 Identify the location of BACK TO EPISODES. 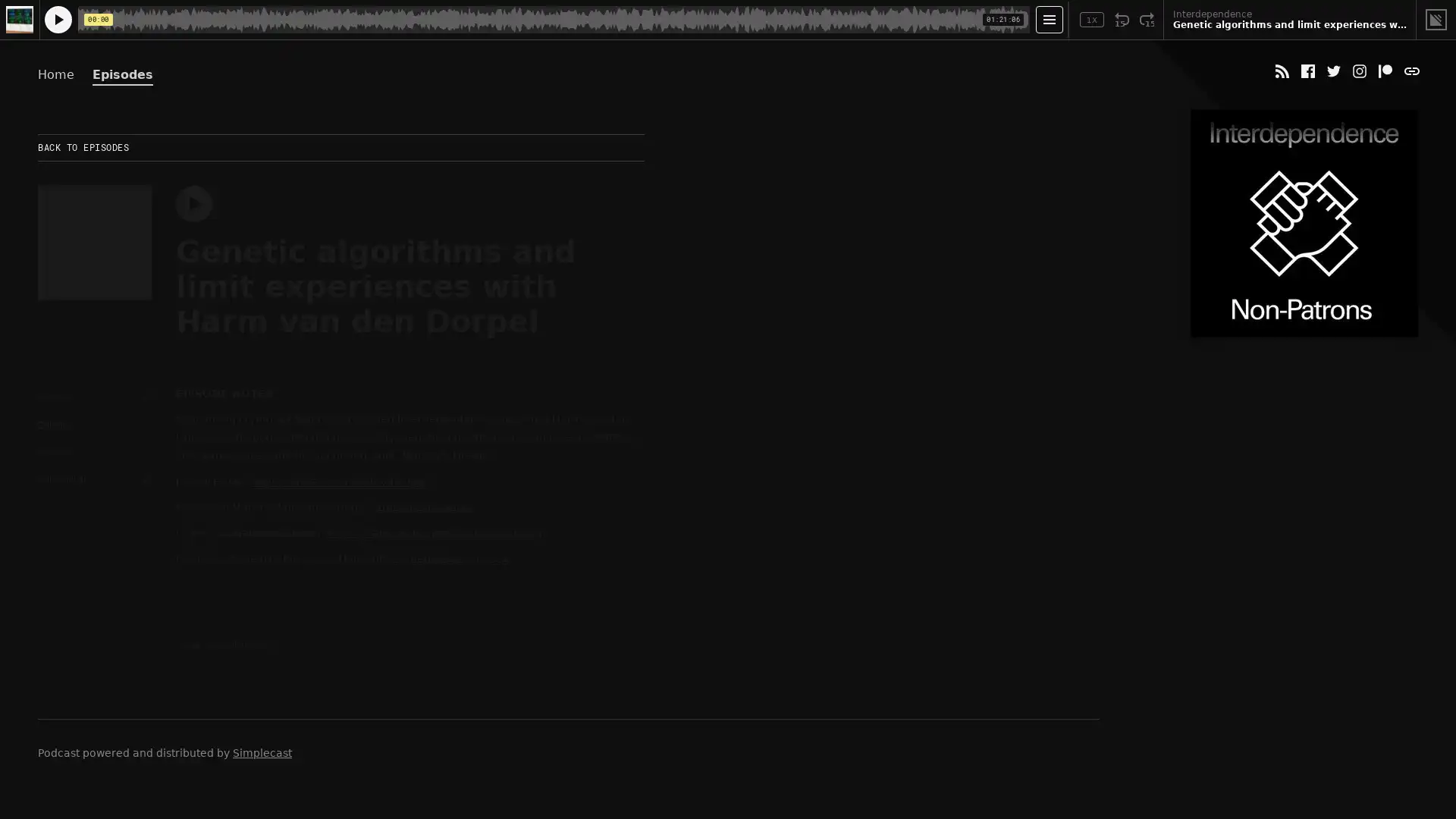
(340, 148).